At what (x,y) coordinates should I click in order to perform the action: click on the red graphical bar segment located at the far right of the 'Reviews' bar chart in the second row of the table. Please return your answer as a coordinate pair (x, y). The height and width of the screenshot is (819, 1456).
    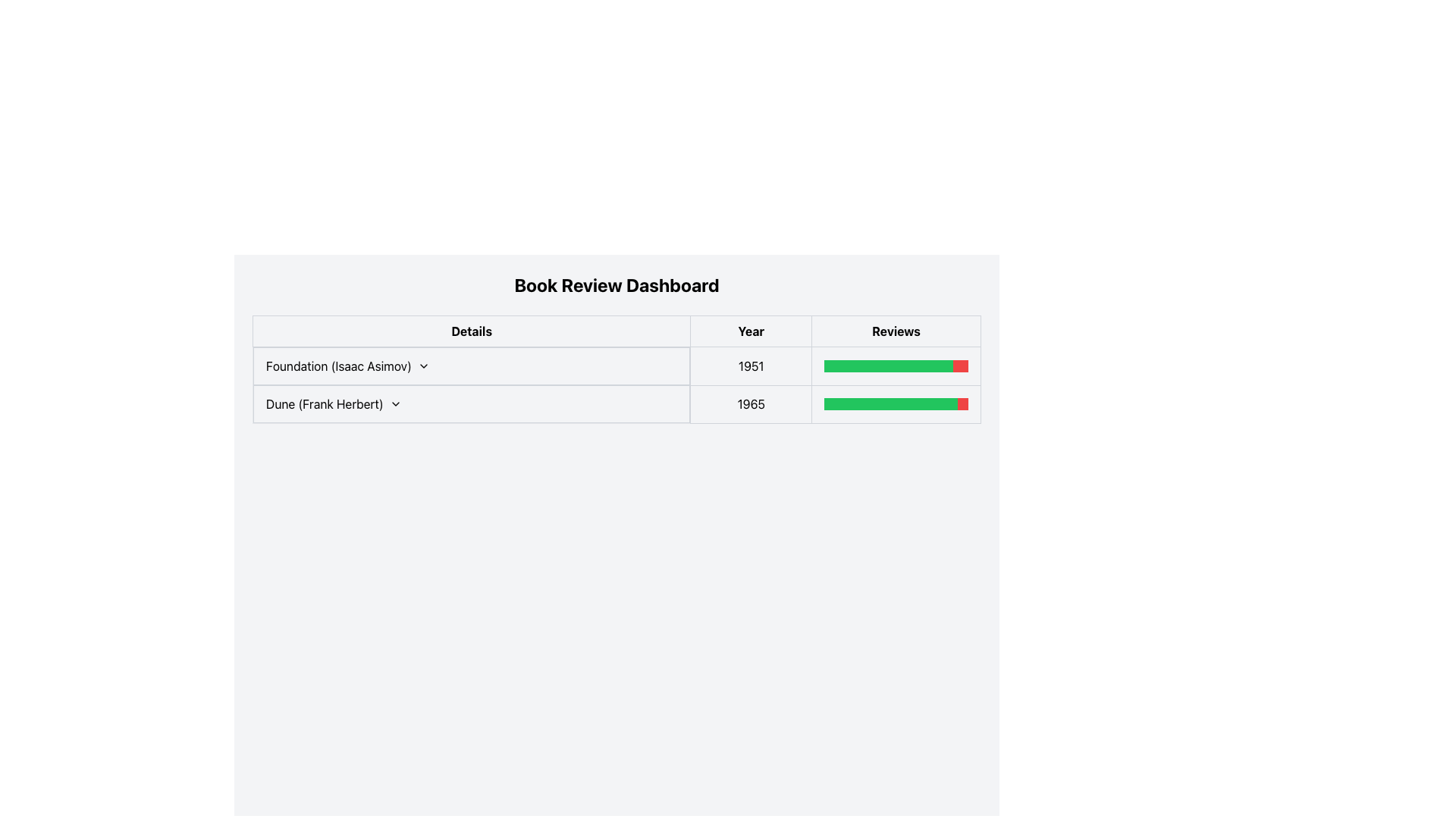
    Looking at the image, I should click on (962, 403).